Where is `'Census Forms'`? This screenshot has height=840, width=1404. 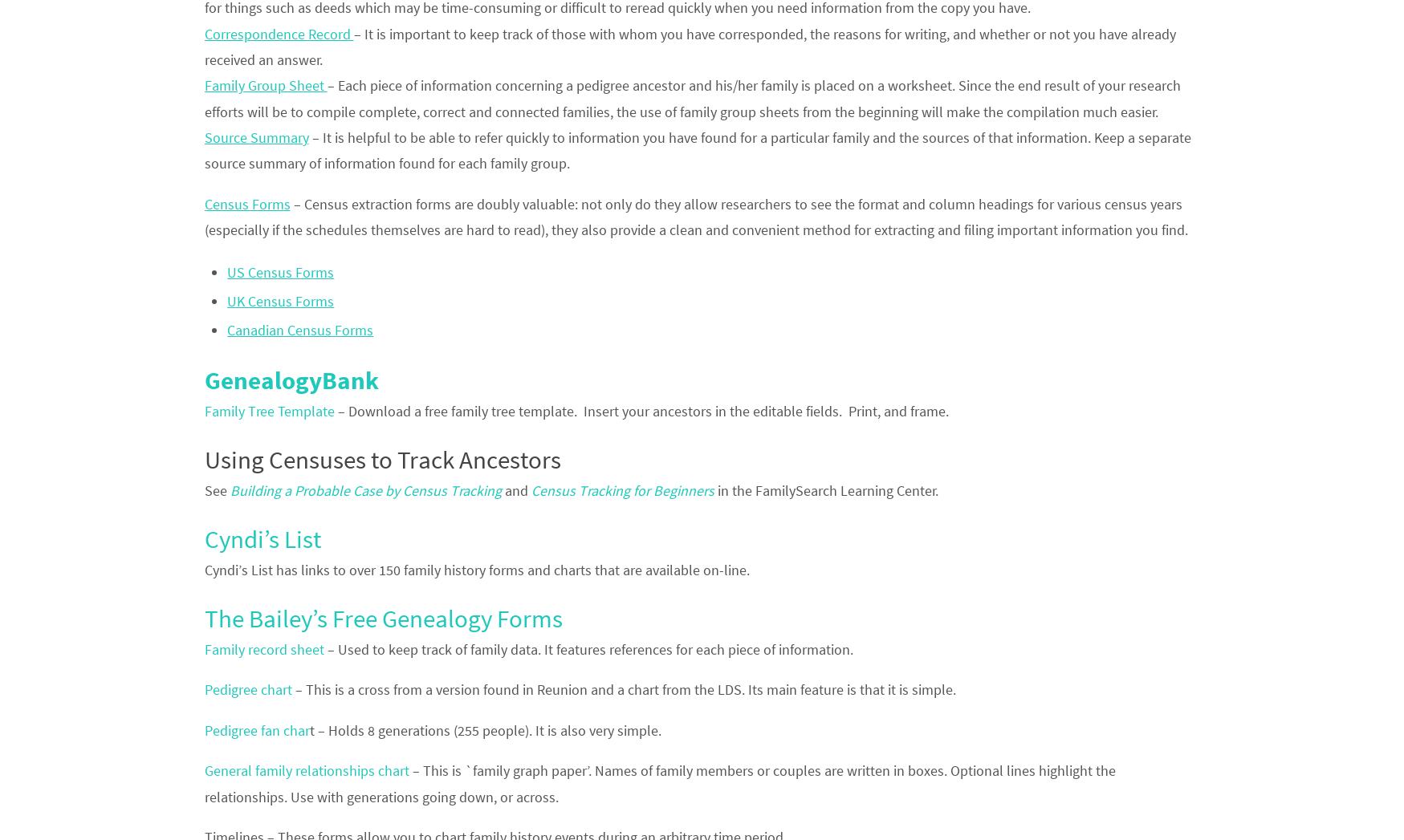
'Census Forms' is located at coordinates (246, 203).